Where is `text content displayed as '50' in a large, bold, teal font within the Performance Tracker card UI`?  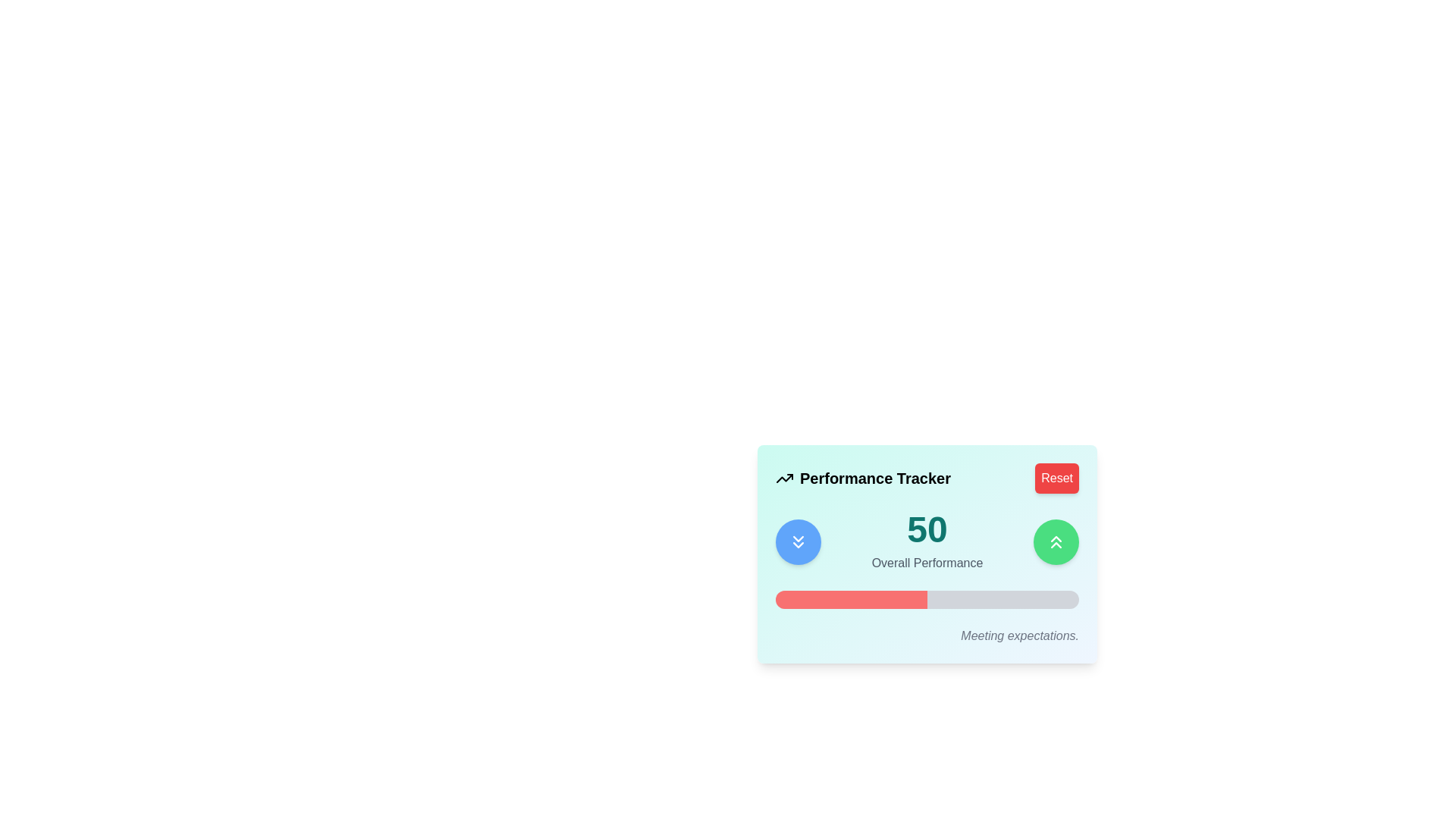 text content displayed as '50' in a large, bold, teal font within the Performance Tracker card UI is located at coordinates (927, 529).